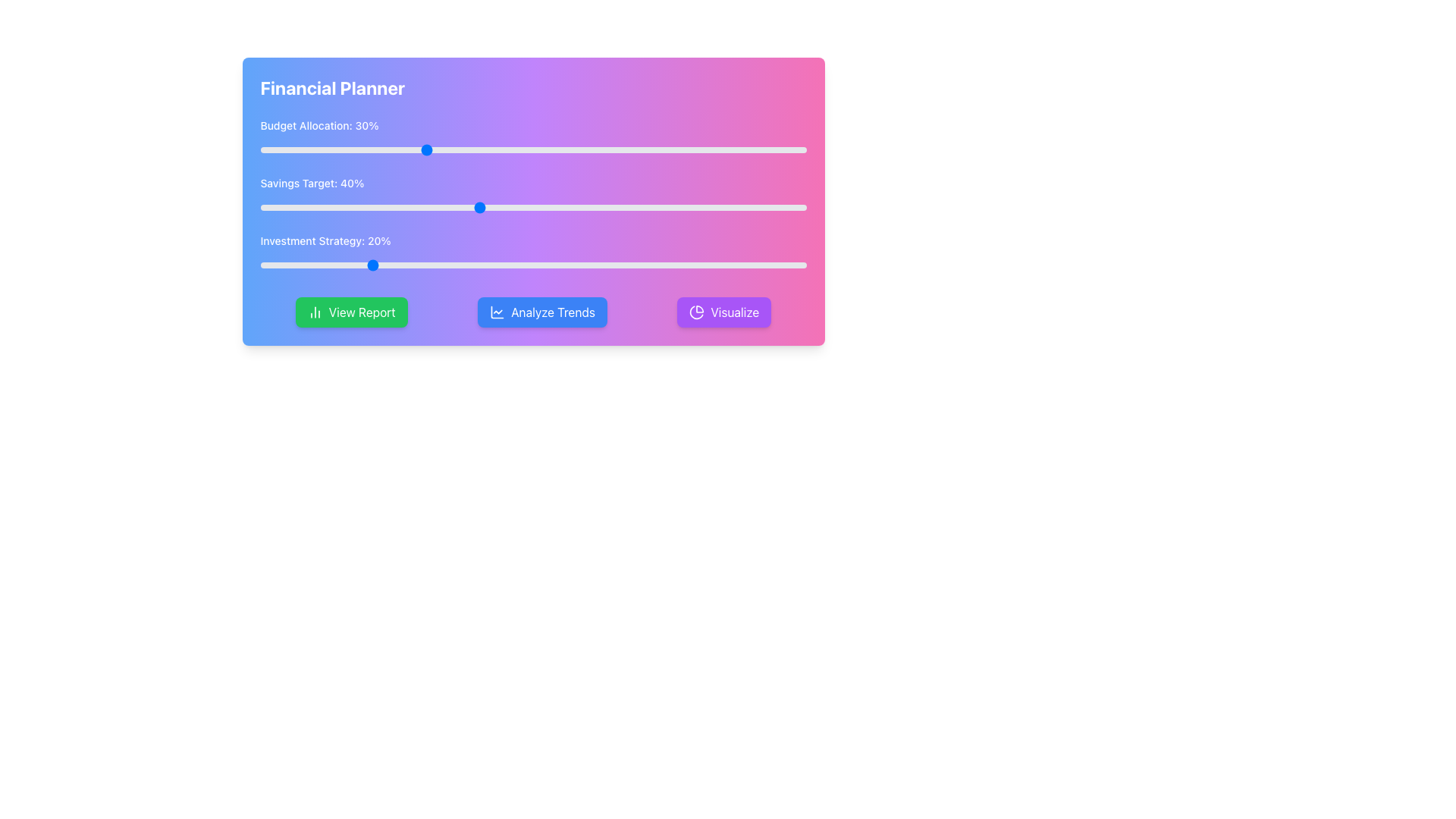 Image resolution: width=1456 pixels, height=819 pixels. I want to click on the SVG Icon located inside the 'Visualize' button, positioned to the left of the button's text, so click(696, 312).